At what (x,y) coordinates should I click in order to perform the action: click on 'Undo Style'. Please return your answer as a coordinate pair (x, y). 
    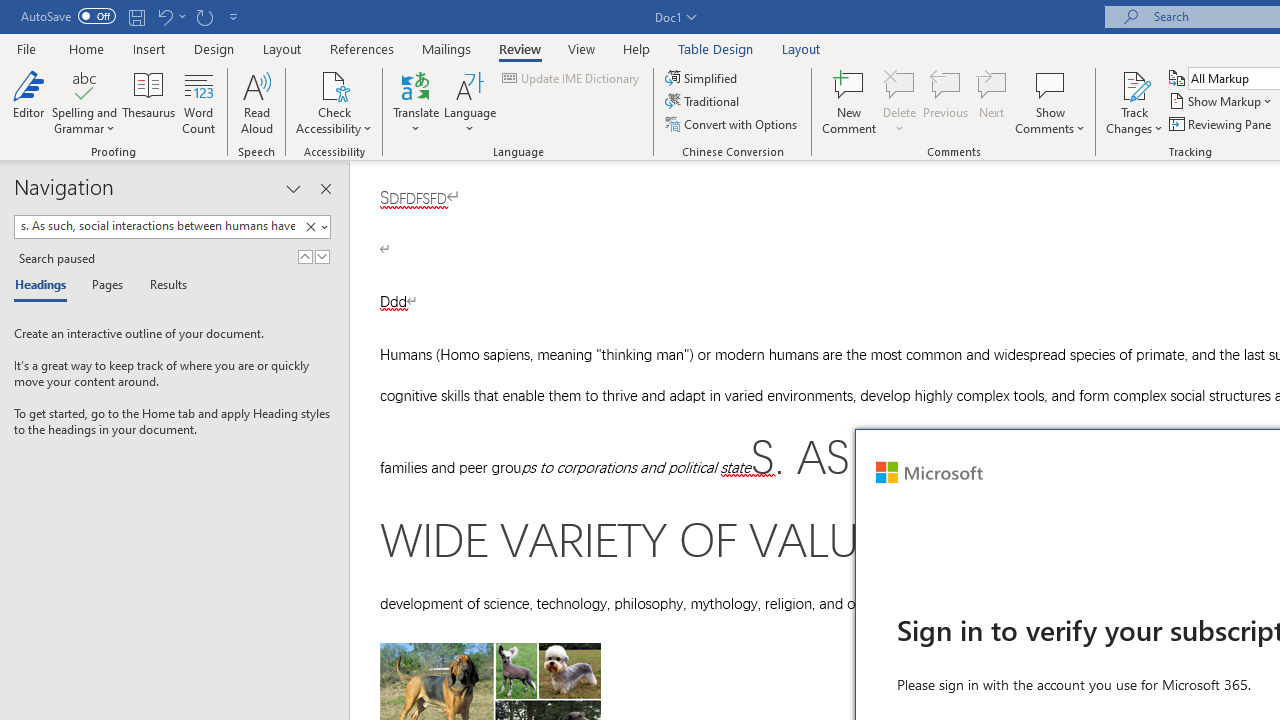
    Looking at the image, I should click on (170, 16).